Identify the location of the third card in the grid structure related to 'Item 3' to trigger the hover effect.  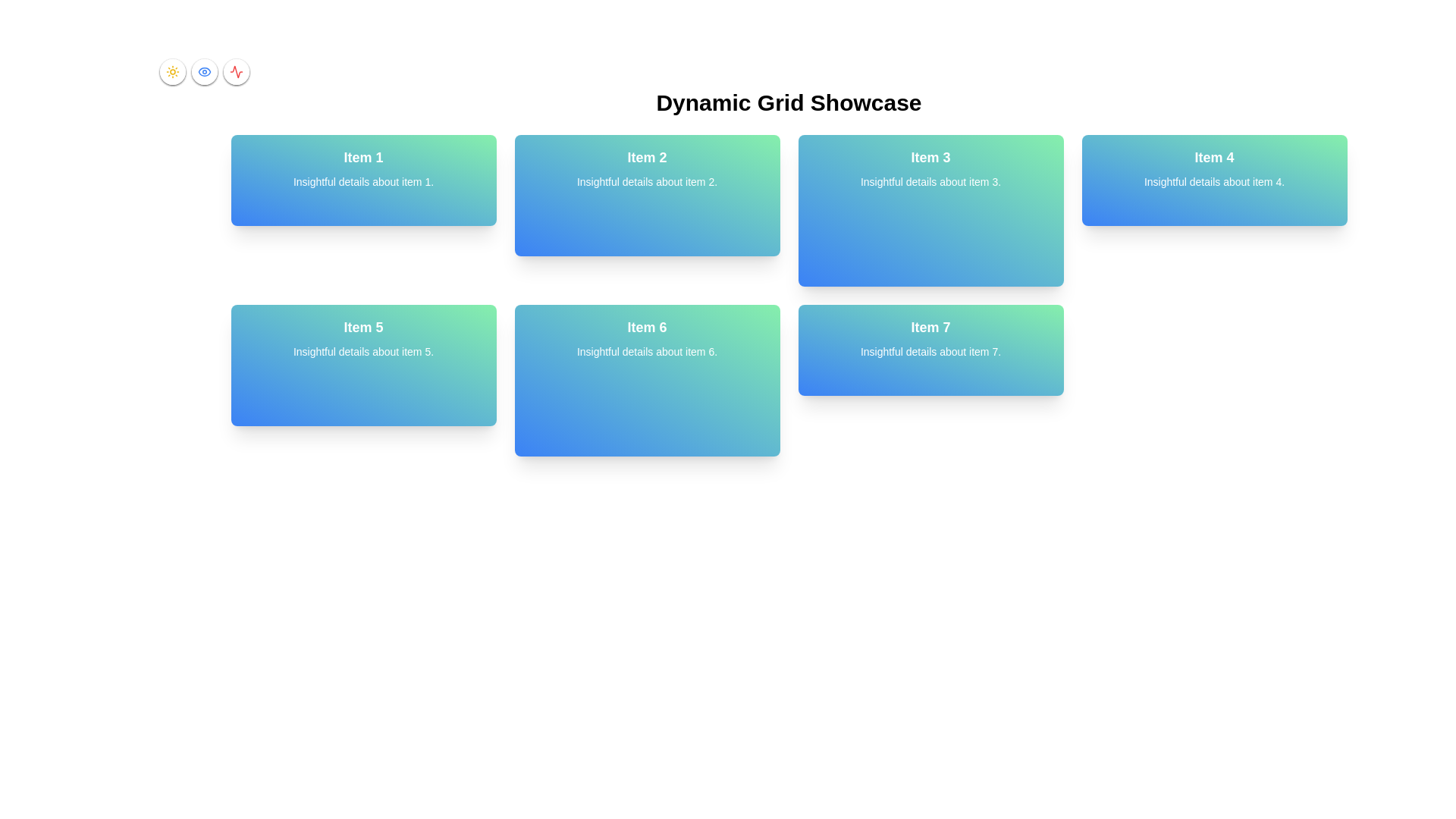
(930, 210).